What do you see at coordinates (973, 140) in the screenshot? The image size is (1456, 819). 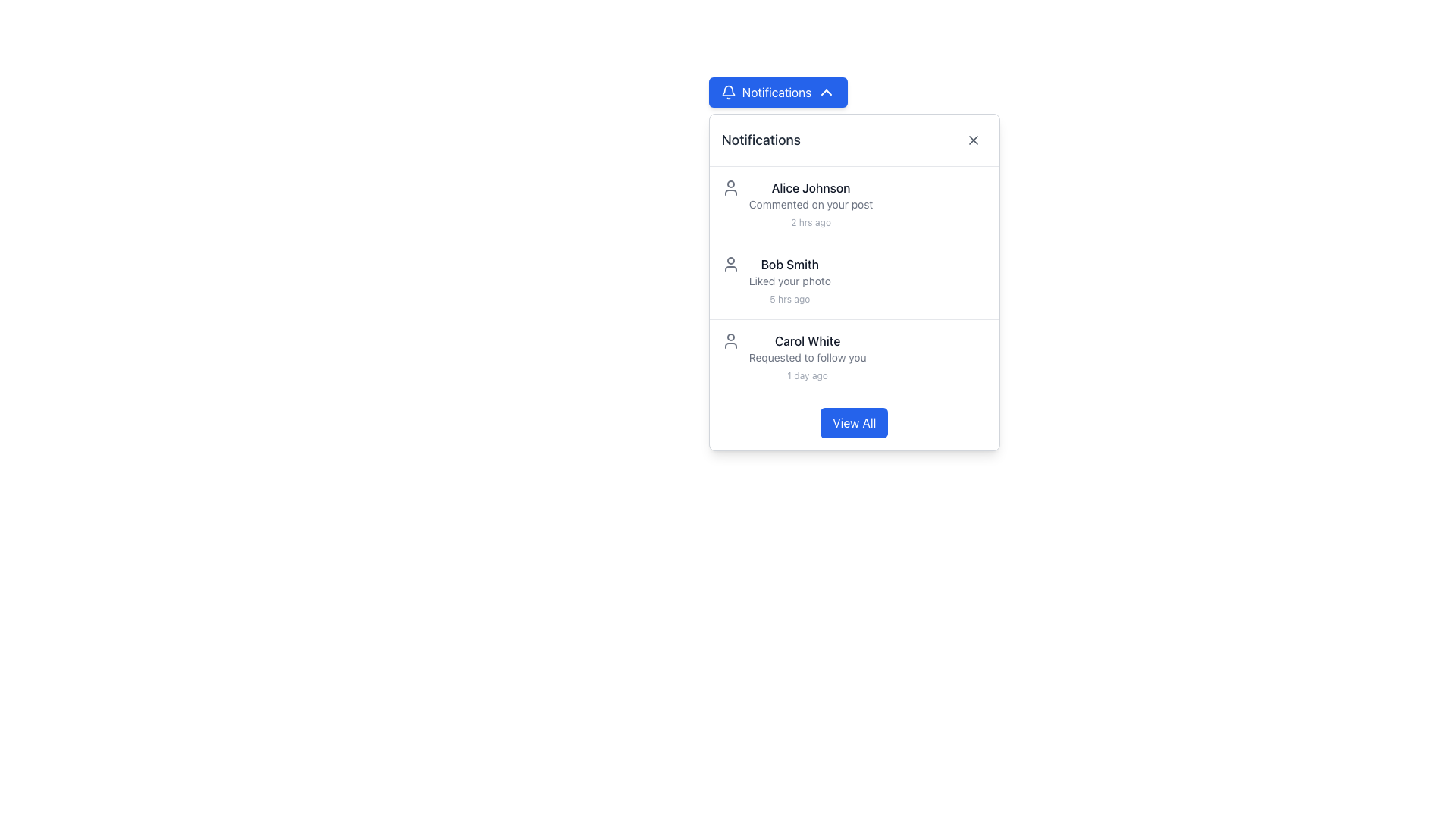 I see `the close button located at the top-right corner of the notification dropdown header to change its background color` at bounding box center [973, 140].